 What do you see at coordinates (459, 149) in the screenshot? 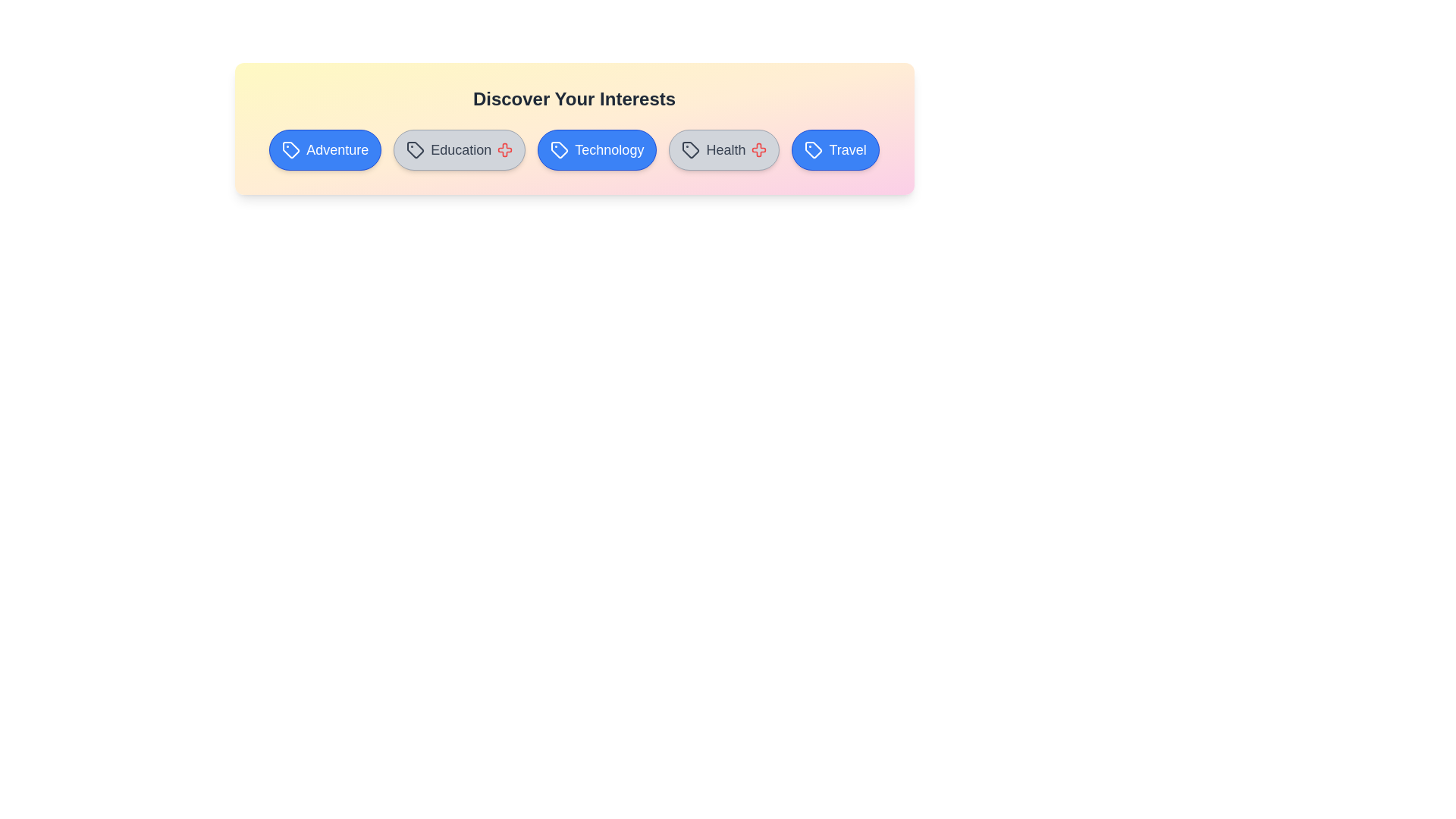
I see `the tag labeled Education to observe the hover effect` at bounding box center [459, 149].